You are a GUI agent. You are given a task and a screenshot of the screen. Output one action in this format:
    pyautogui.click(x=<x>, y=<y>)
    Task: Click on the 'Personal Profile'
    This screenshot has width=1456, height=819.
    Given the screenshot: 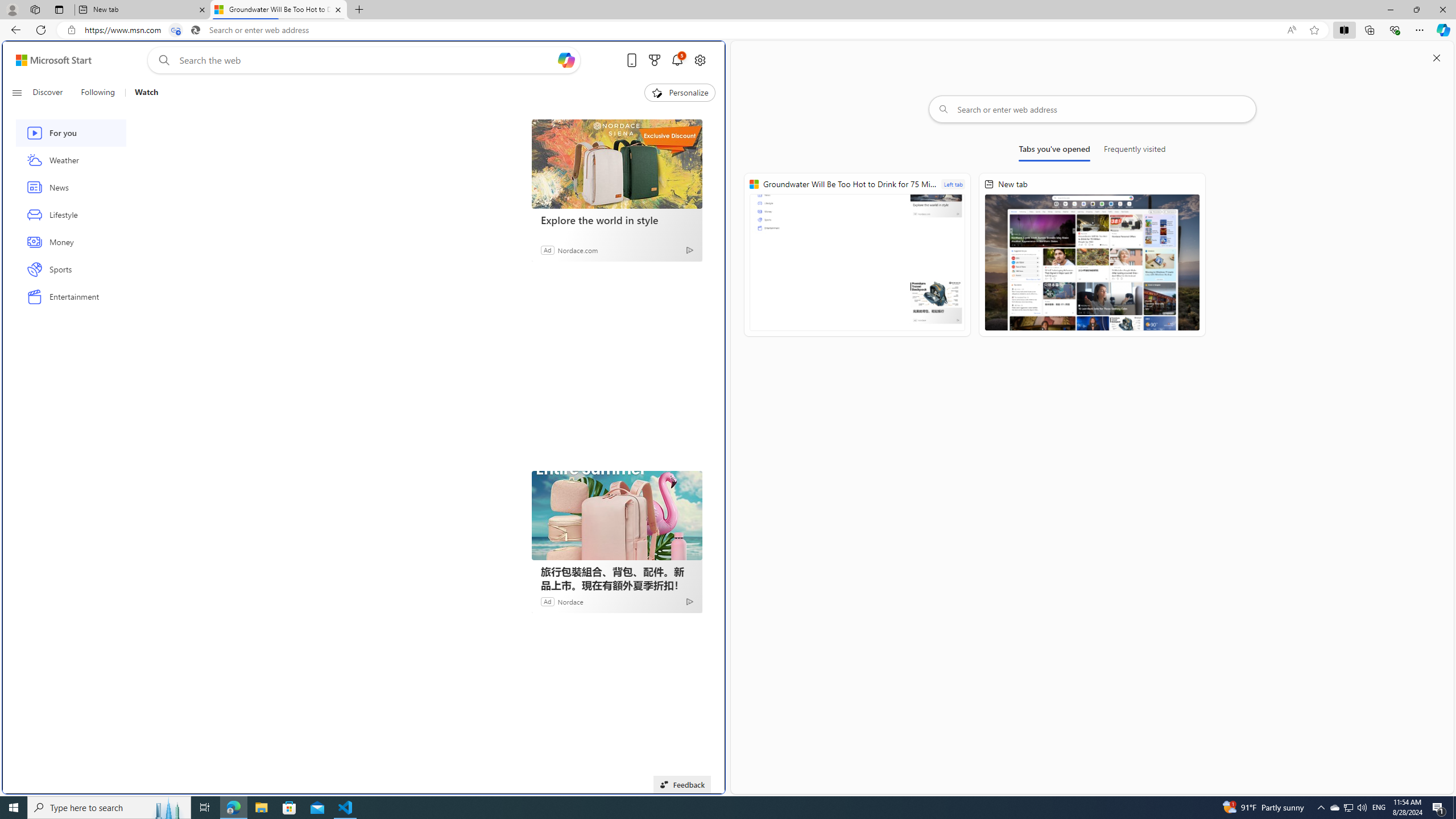 What is the action you would take?
    pyautogui.click(x=11, y=9)
    